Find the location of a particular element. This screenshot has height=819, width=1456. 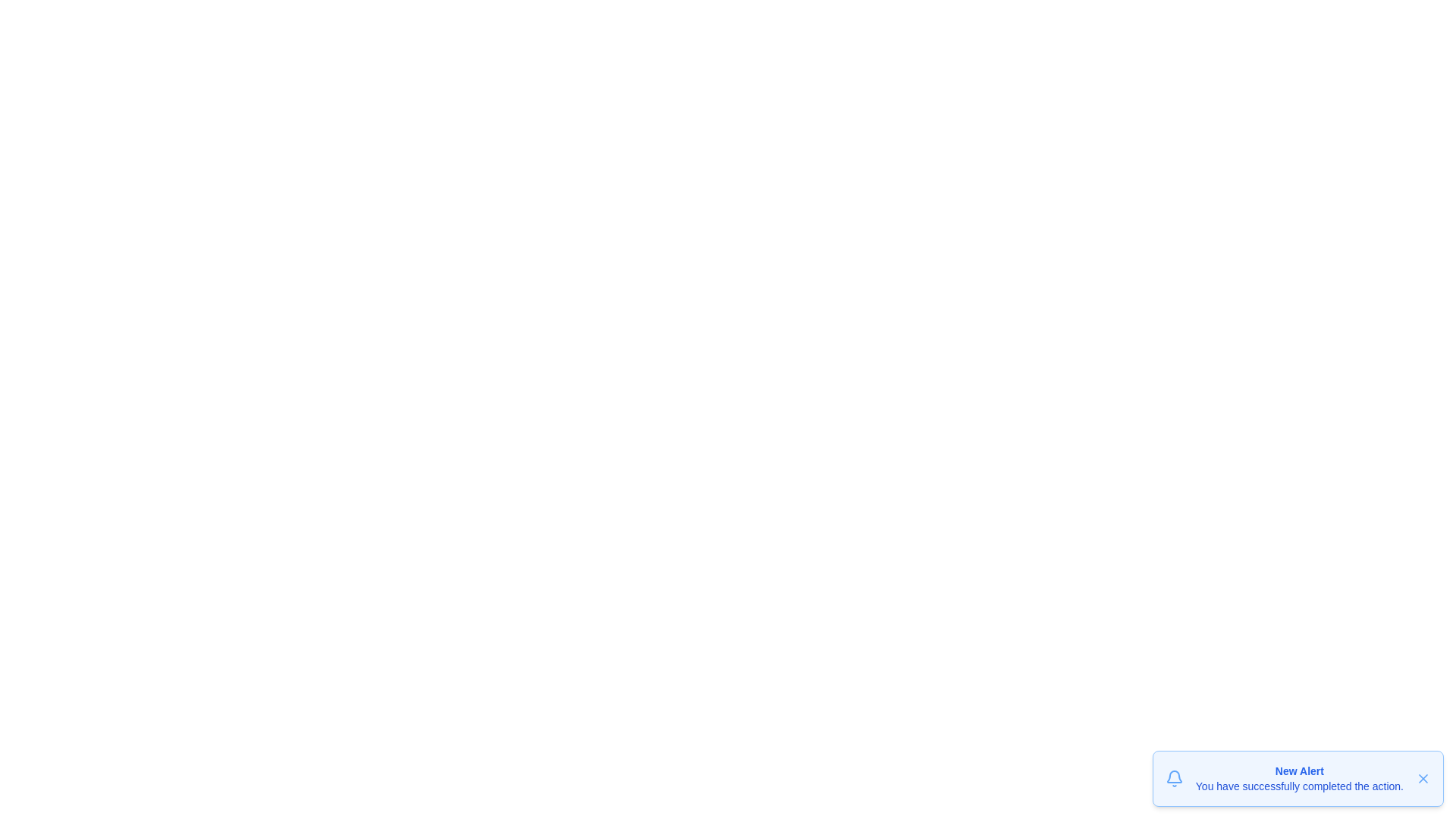

the close button to dismiss the notification is located at coordinates (1422, 778).